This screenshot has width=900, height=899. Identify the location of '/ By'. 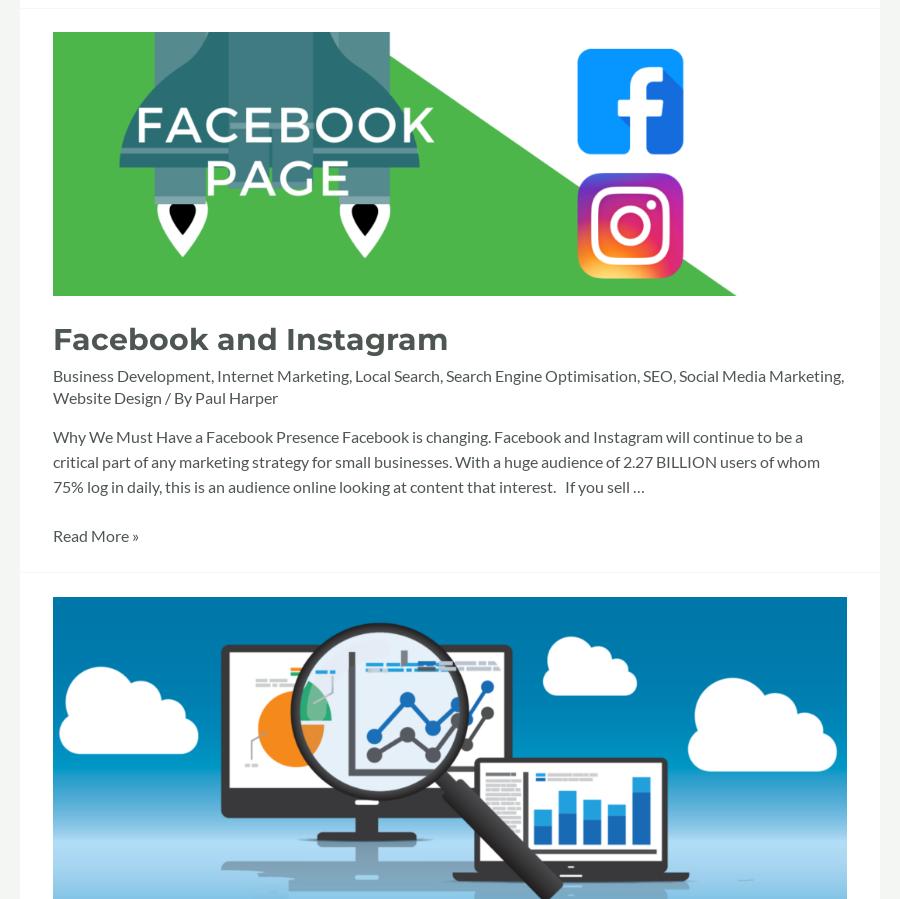
(178, 396).